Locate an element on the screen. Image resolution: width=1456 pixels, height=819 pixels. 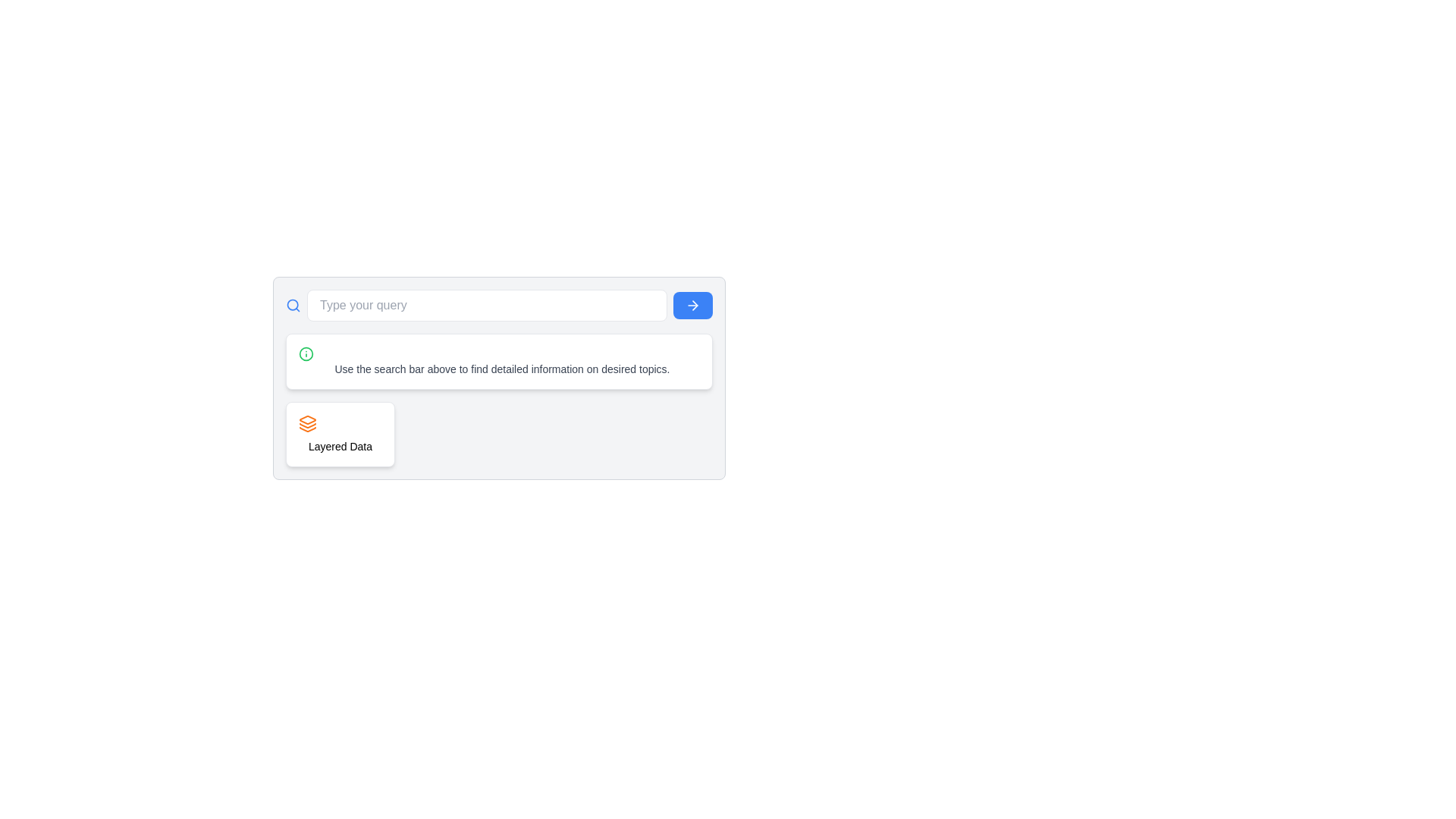
the arrow icon located within the button in the bottom-right portion of the search interface is located at coordinates (692, 305).